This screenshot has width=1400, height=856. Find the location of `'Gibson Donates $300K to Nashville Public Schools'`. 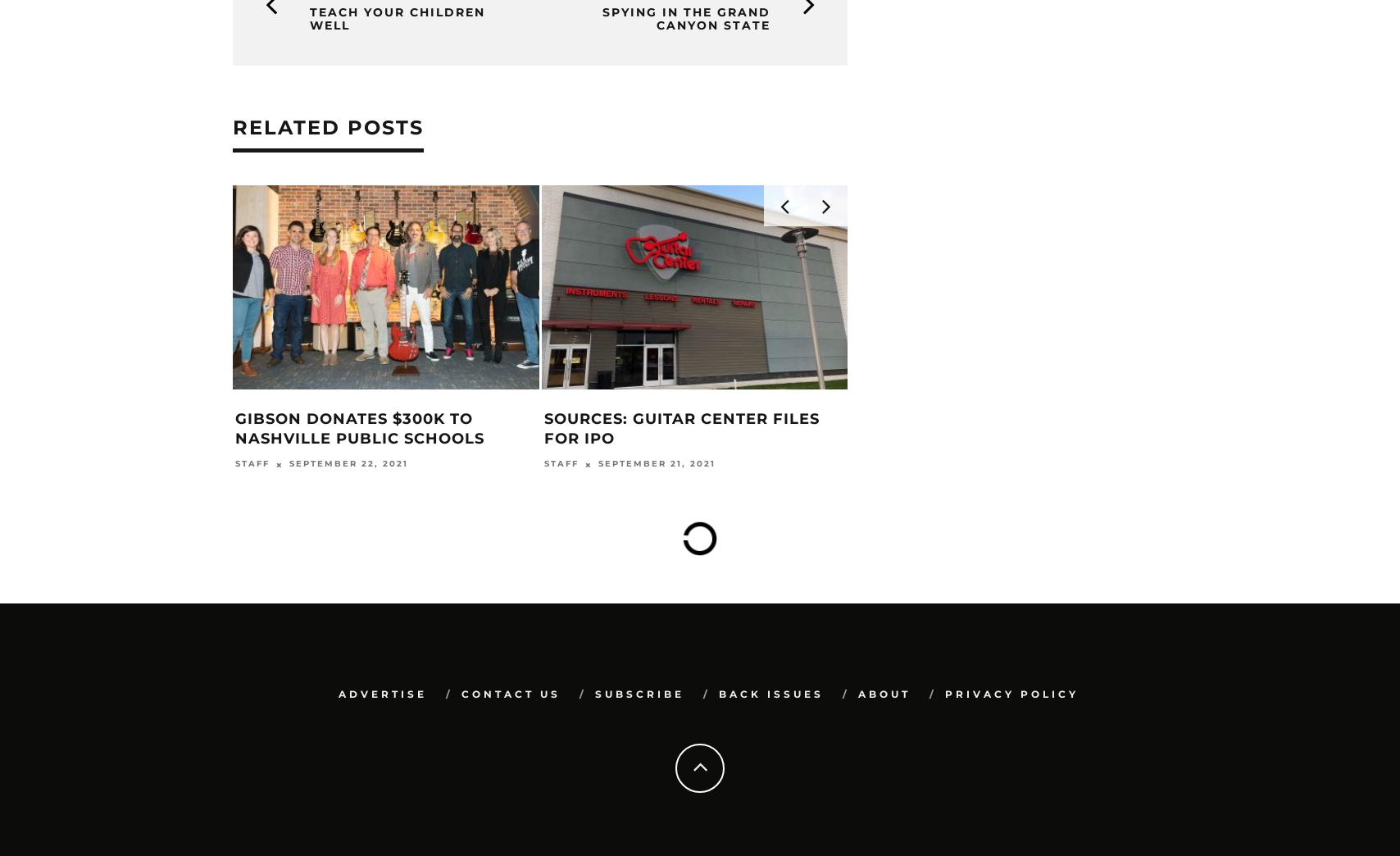

'Gibson Donates $300K to Nashville Public Schools' is located at coordinates (359, 428).